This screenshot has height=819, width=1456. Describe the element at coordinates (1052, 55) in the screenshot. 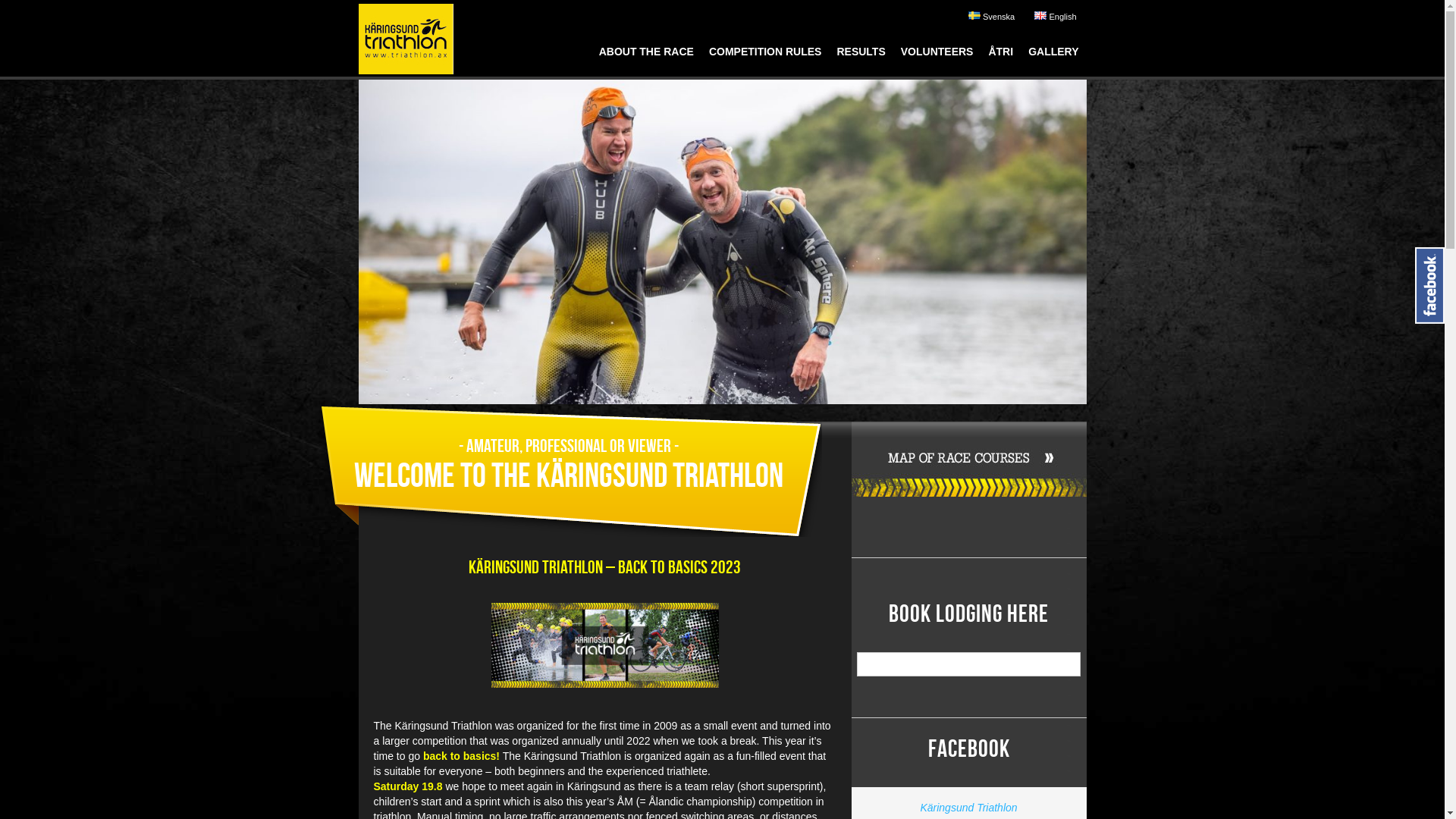

I see `'GALLERY'` at that location.